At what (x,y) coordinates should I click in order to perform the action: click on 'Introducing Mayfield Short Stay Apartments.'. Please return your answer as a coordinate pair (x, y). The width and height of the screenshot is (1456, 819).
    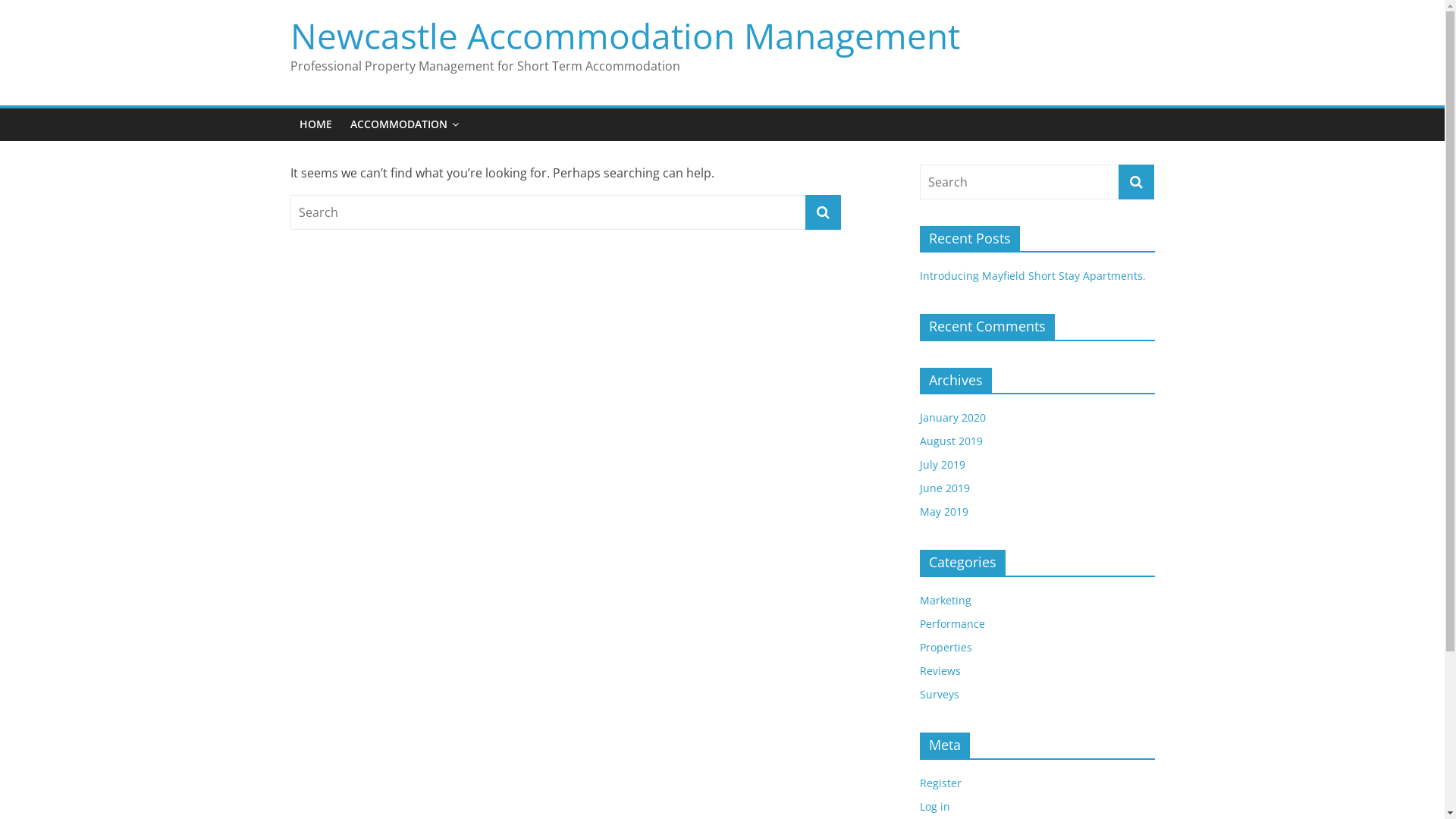
    Looking at the image, I should click on (918, 275).